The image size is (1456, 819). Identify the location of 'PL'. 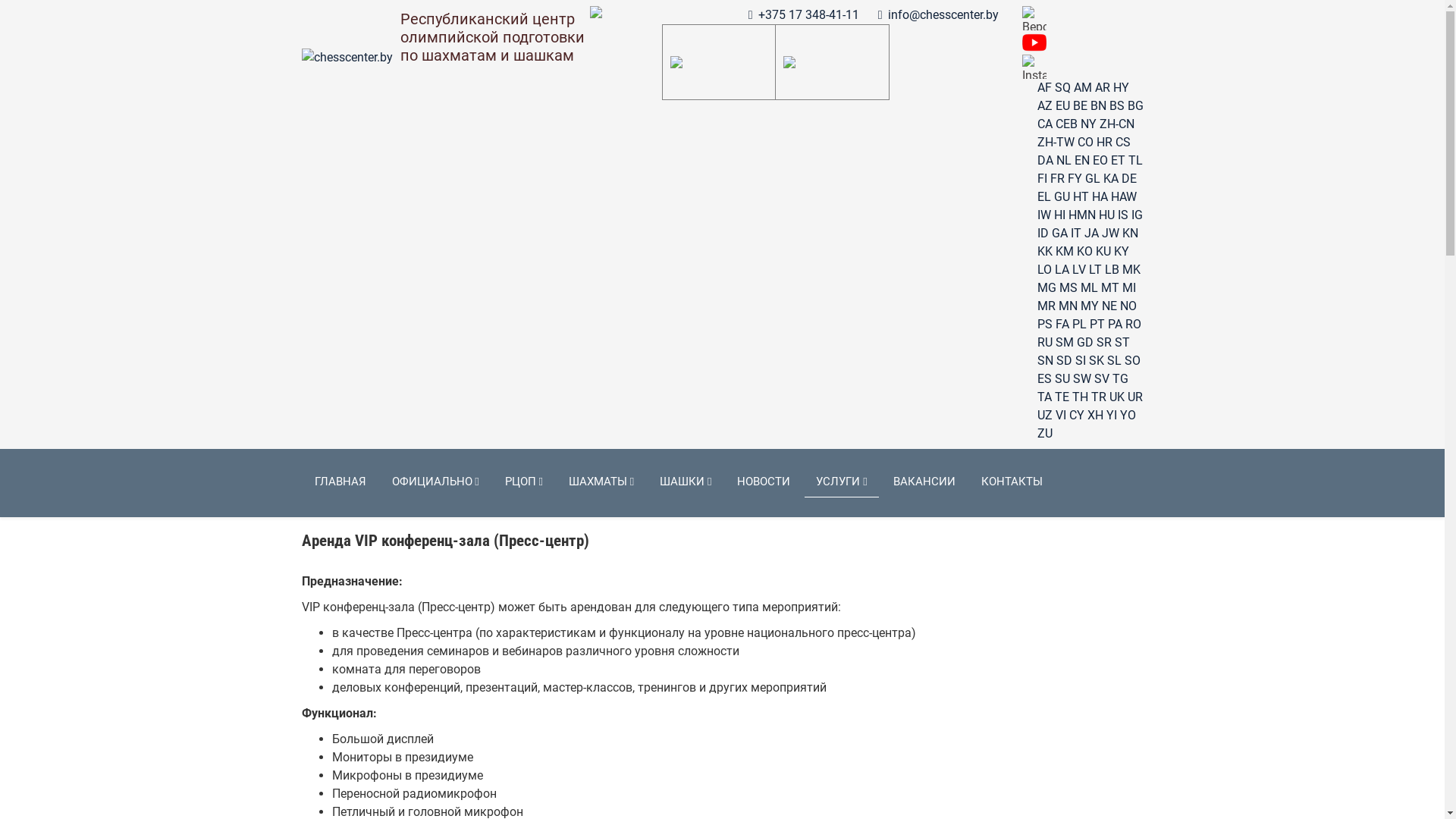
(1072, 323).